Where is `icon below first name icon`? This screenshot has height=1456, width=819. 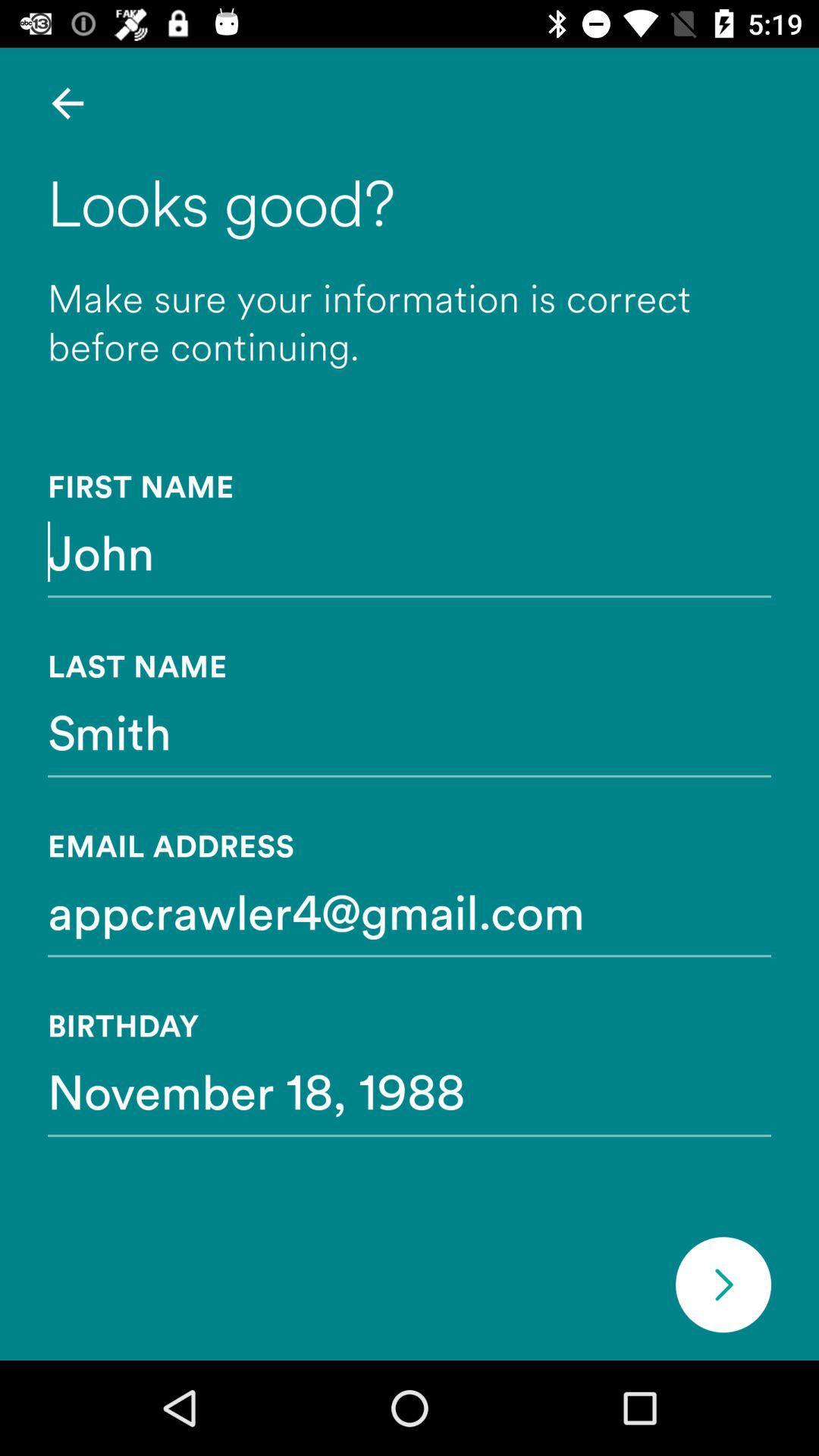
icon below first name icon is located at coordinates (409, 551).